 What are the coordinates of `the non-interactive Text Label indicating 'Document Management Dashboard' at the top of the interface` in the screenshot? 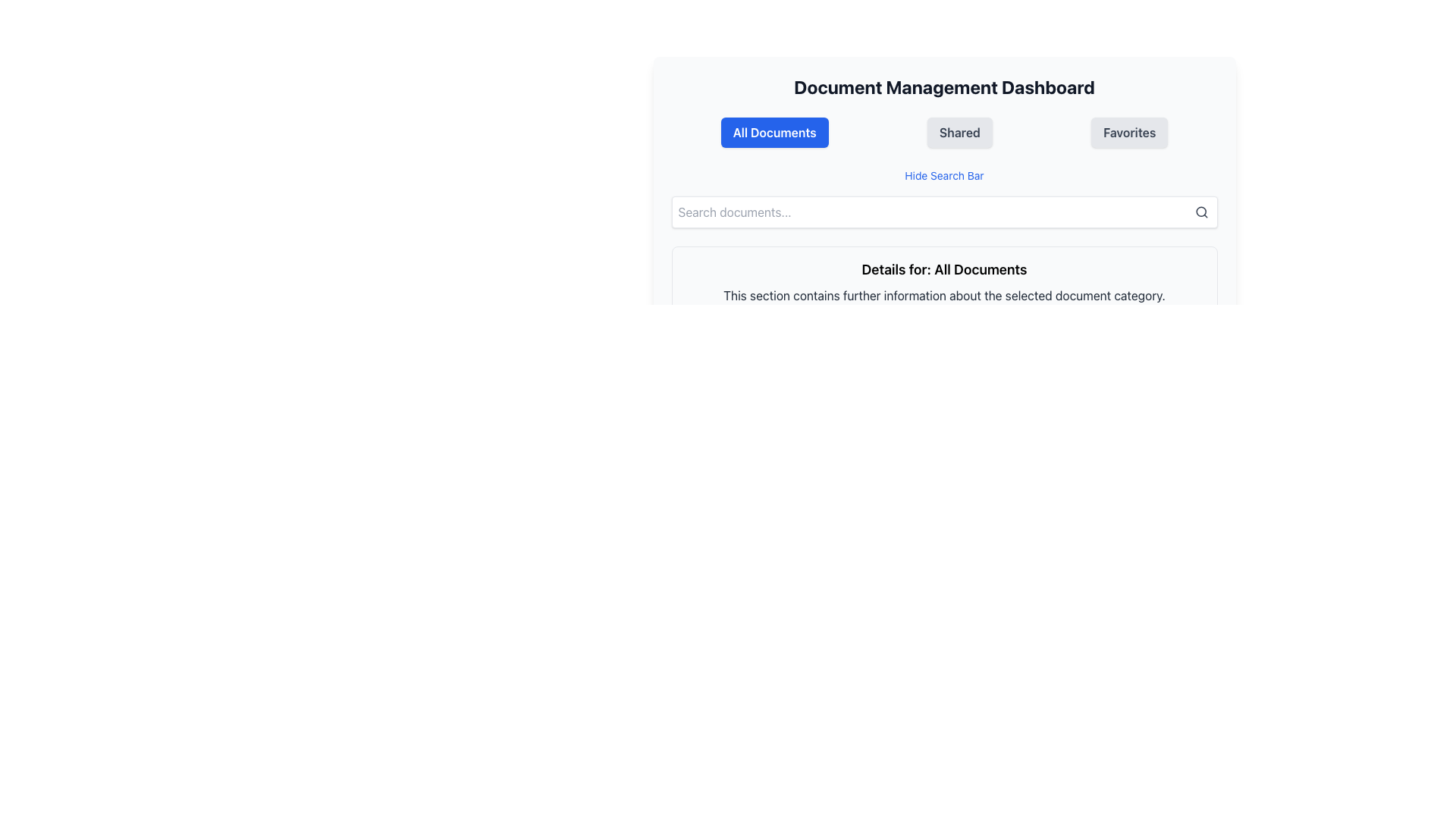 It's located at (943, 87).